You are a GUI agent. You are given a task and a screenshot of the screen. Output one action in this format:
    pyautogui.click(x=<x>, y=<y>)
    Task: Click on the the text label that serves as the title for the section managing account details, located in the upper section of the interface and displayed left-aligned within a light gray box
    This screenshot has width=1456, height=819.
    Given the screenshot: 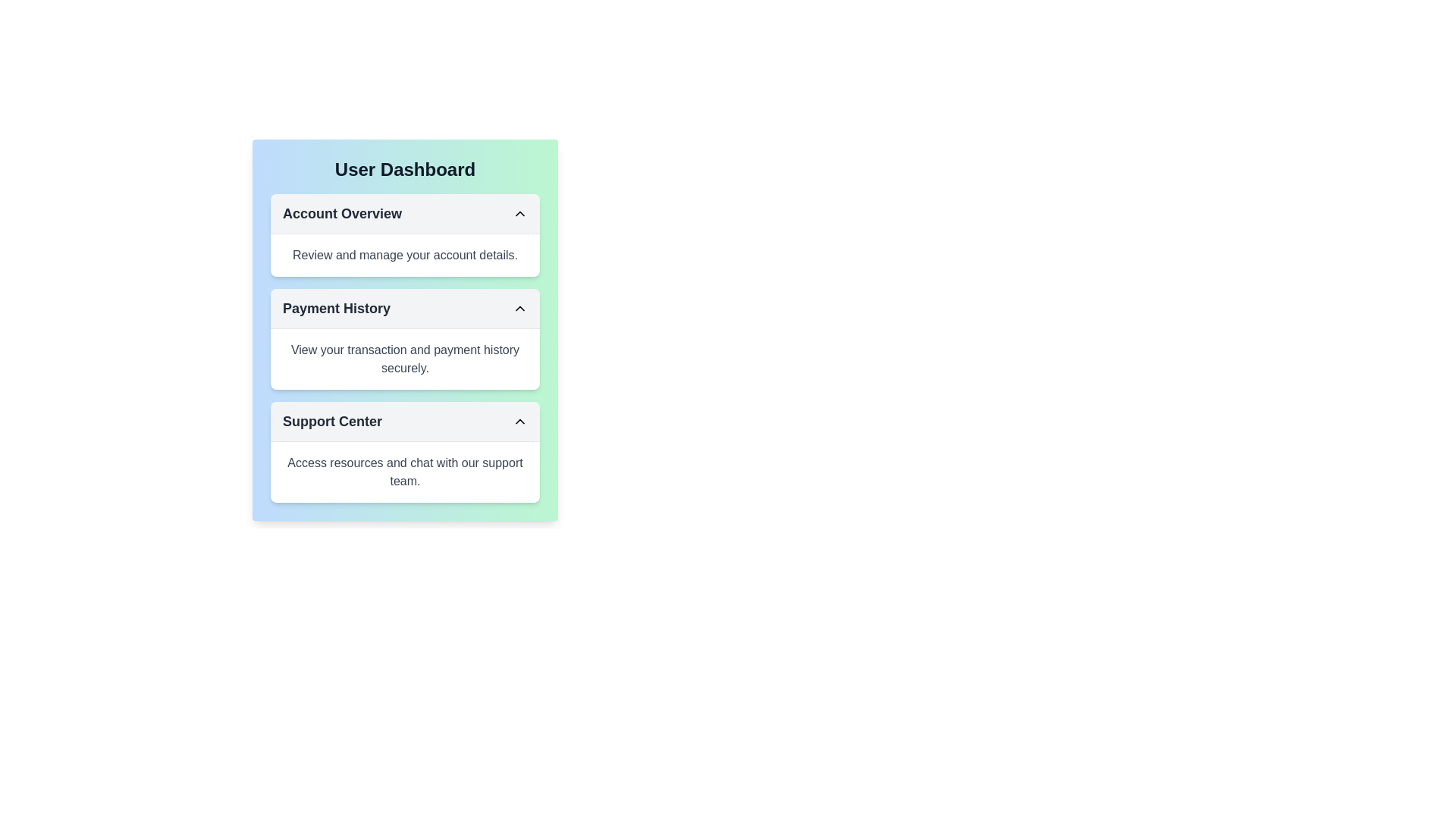 What is the action you would take?
    pyautogui.click(x=341, y=213)
    